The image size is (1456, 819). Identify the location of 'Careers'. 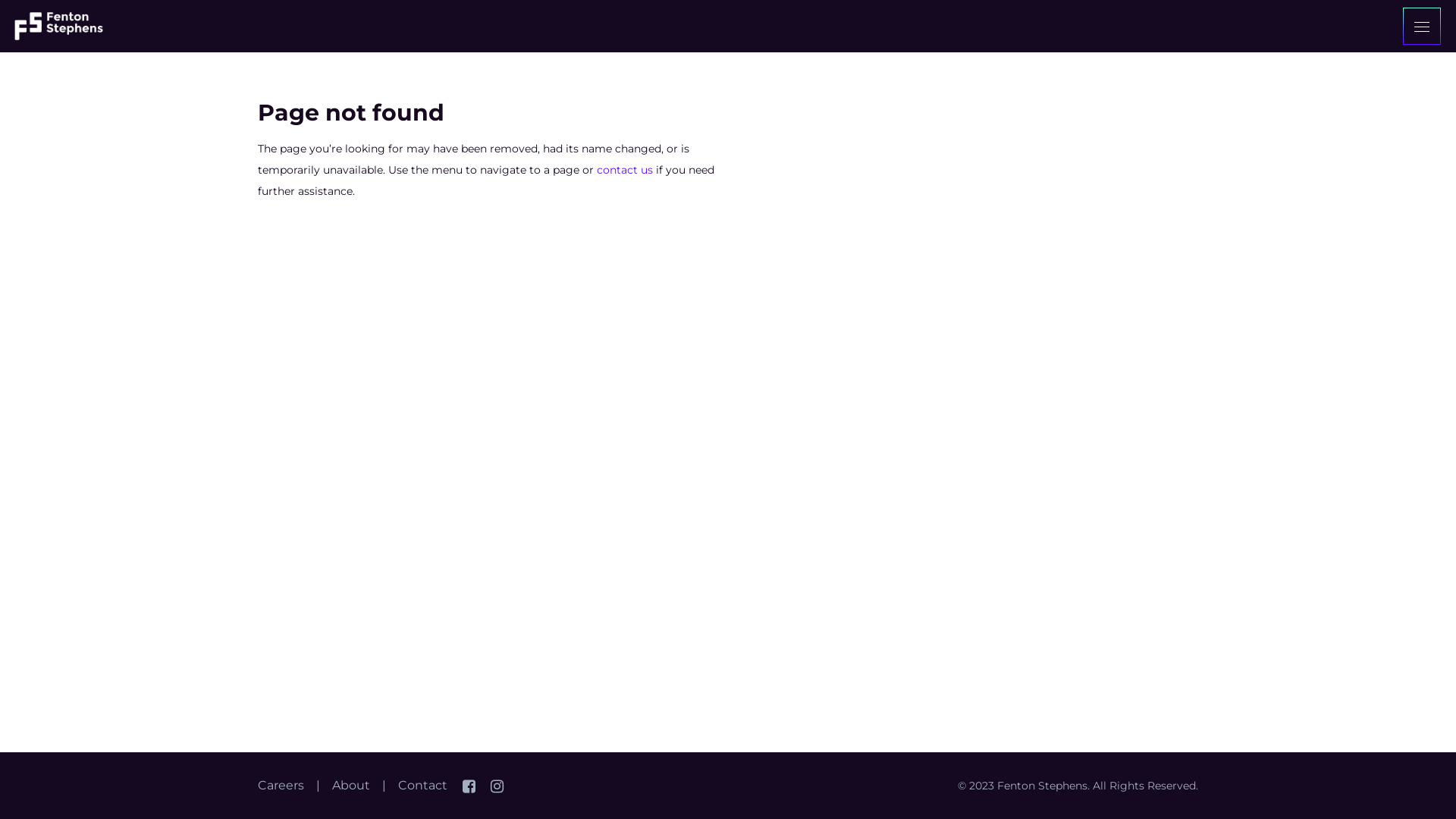
(281, 785).